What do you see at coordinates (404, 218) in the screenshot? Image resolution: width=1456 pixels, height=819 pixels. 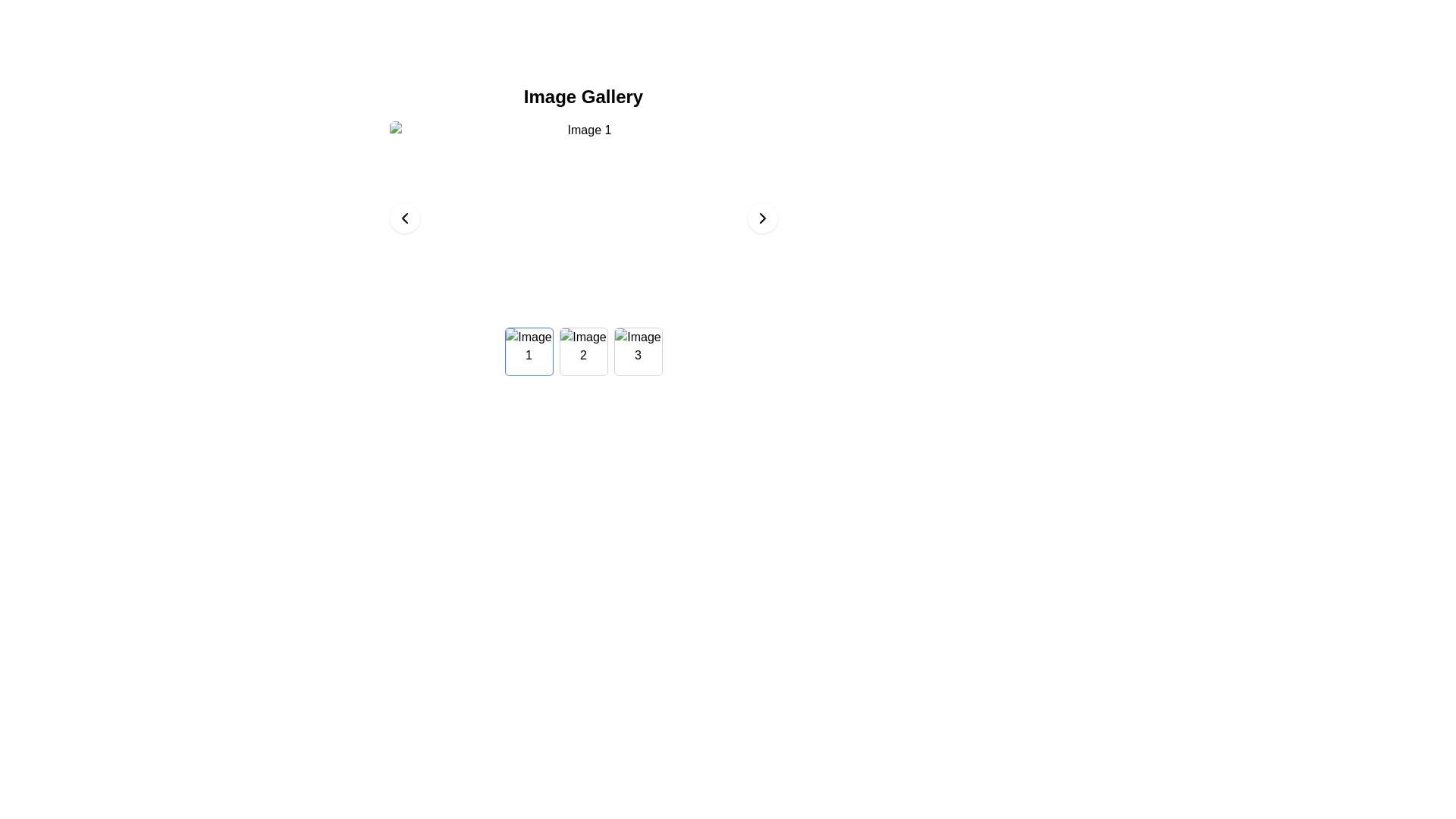 I see `the leftward-pointing chevron icon within the circular button` at bounding box center [404, 218].